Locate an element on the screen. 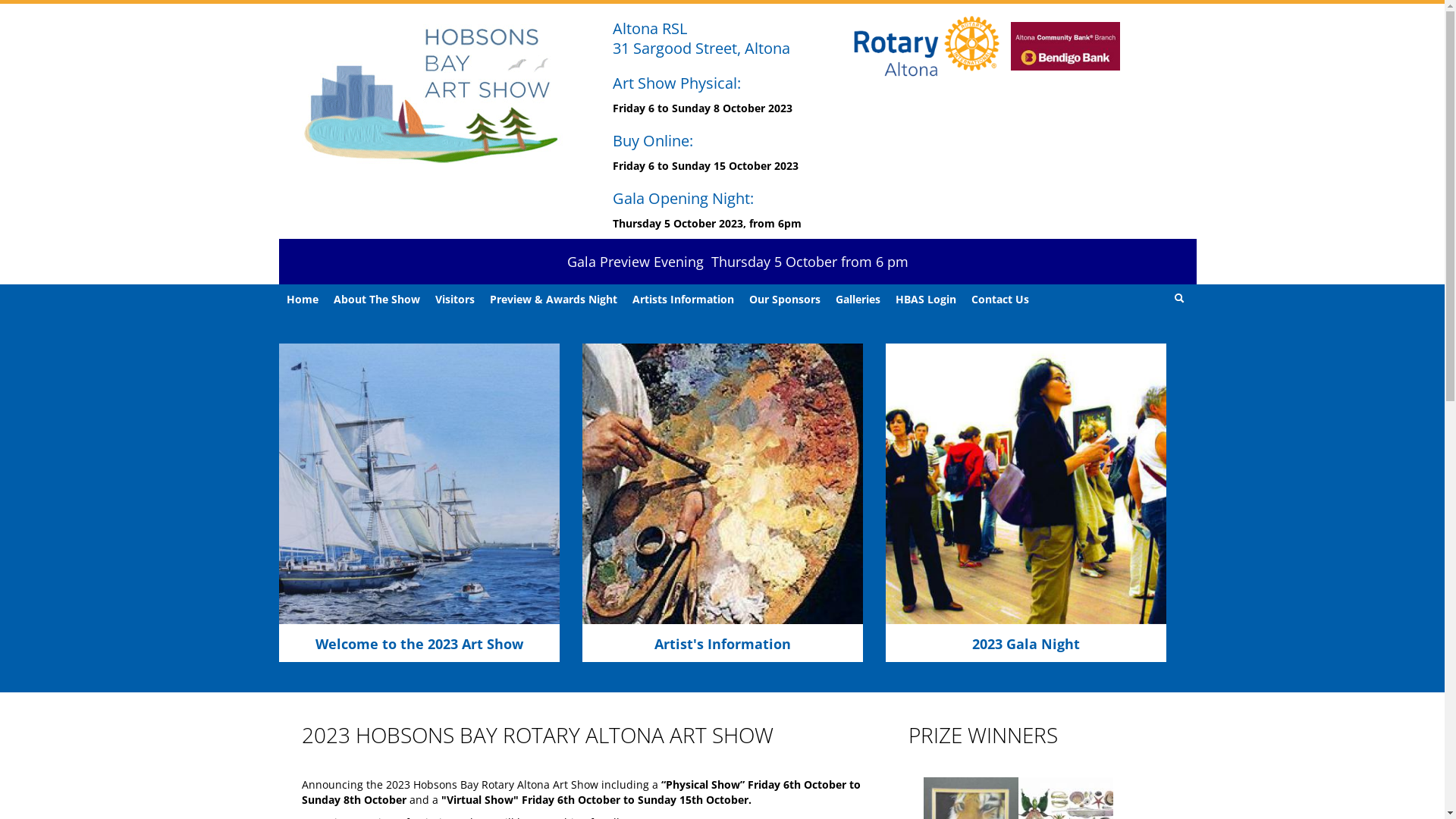  'Preview & Awards Night' is located at coordinates (552, 299).